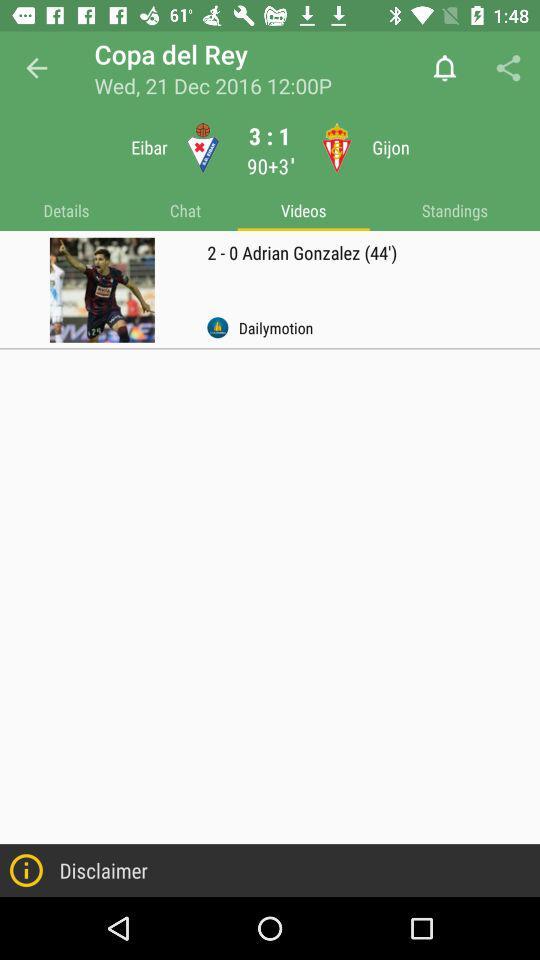 The height and width of the screenshot is (960, 540). I want to click on the logo which is after eibar, so click(202, 147).